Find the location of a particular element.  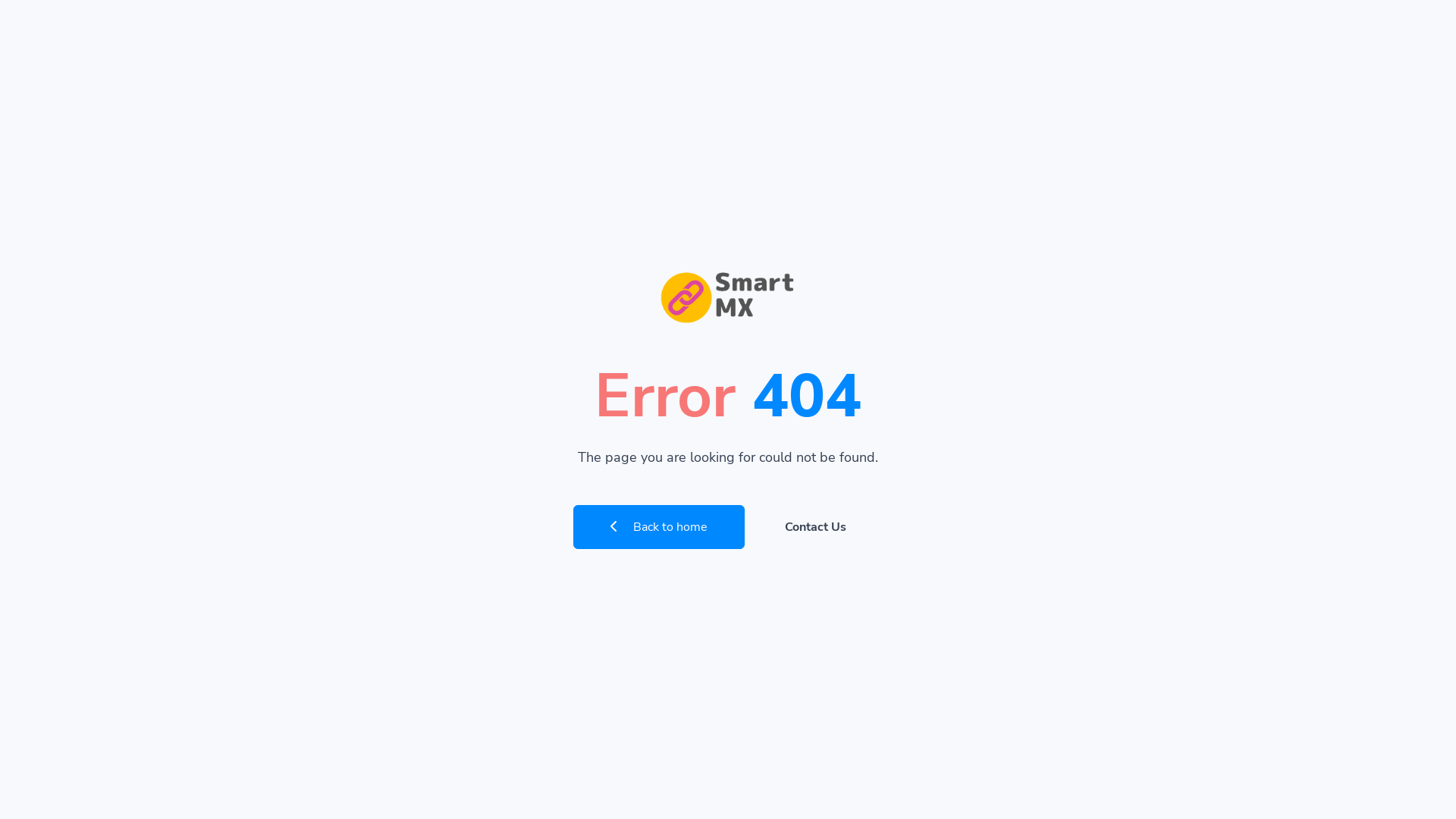

'Contact Us' is located at coordinates (814, 526).